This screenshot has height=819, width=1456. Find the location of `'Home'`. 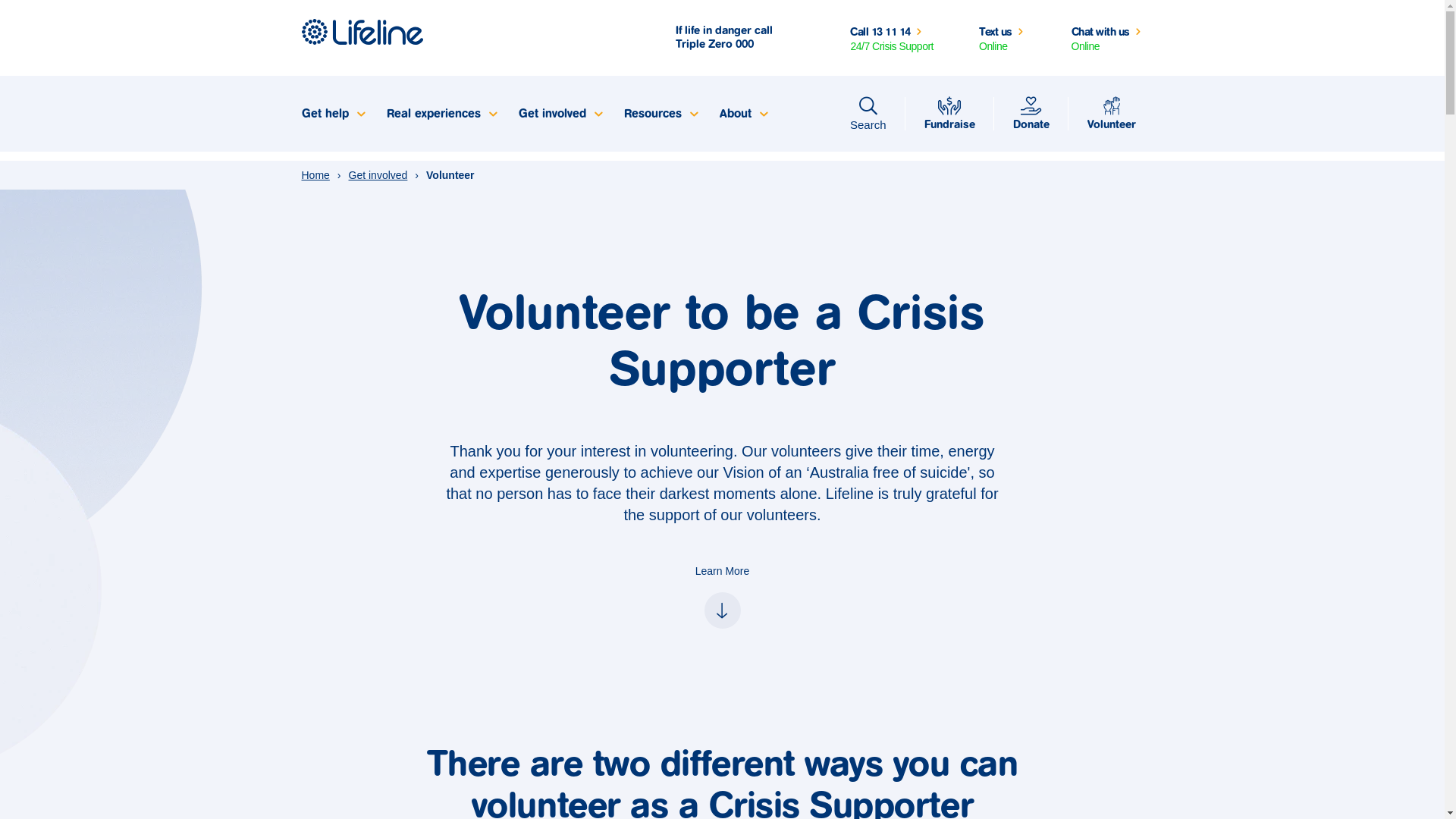

'Home' is located at coordinates (315, 174).